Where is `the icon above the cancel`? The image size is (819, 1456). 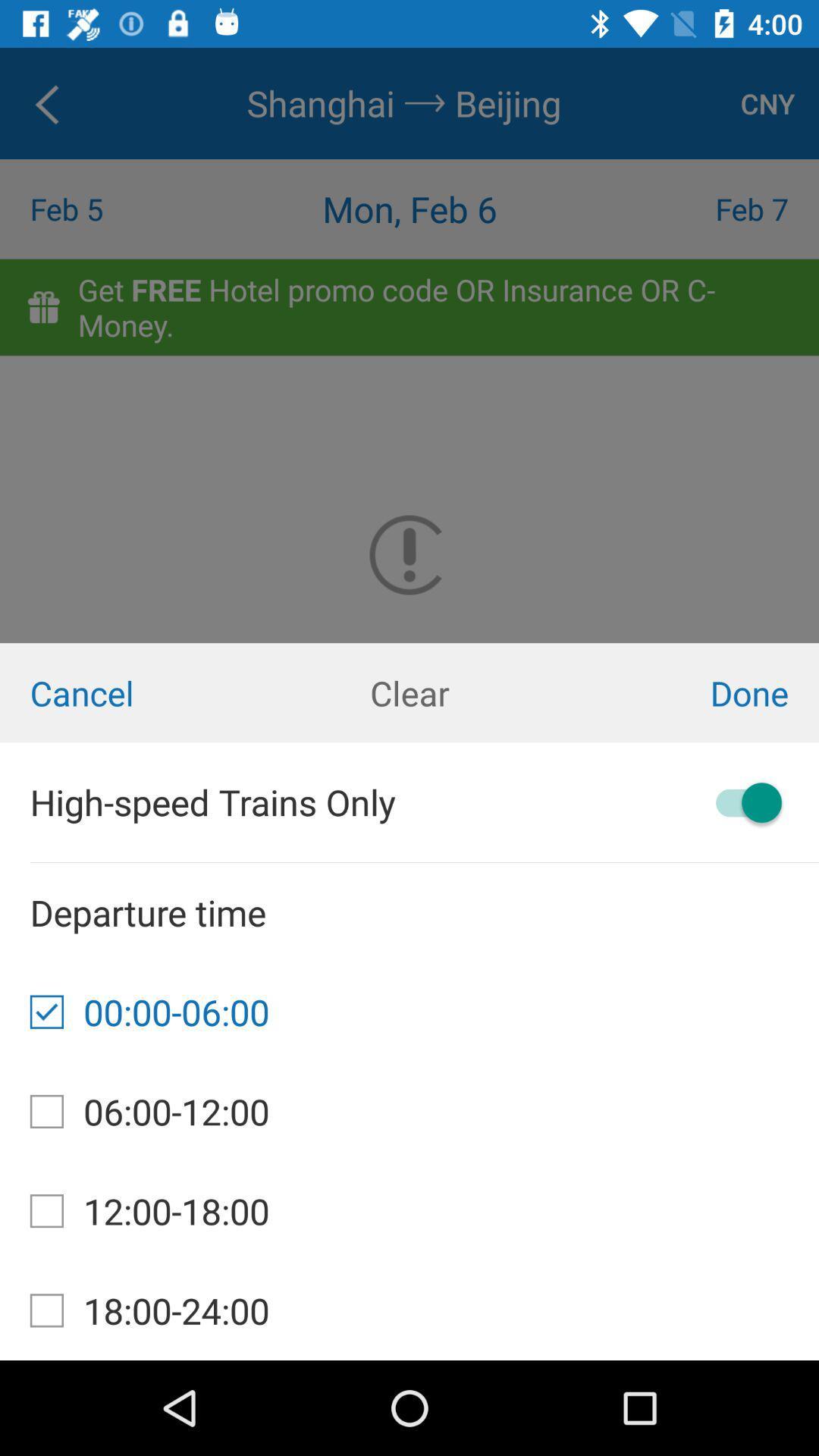 the icon above the cancel is located at coordinates (409, 344).